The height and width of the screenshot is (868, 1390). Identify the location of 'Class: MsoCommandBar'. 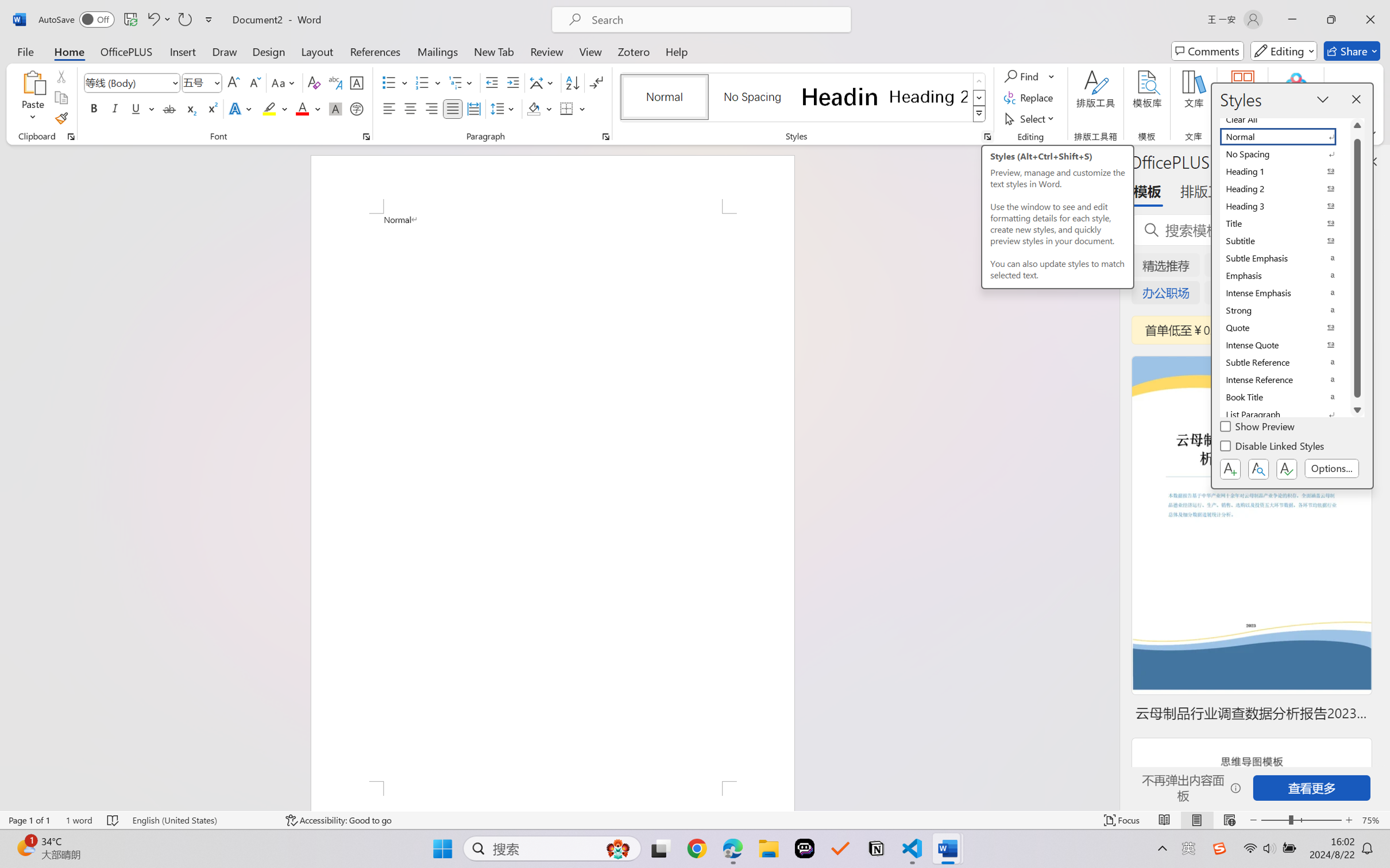
(695, 820).